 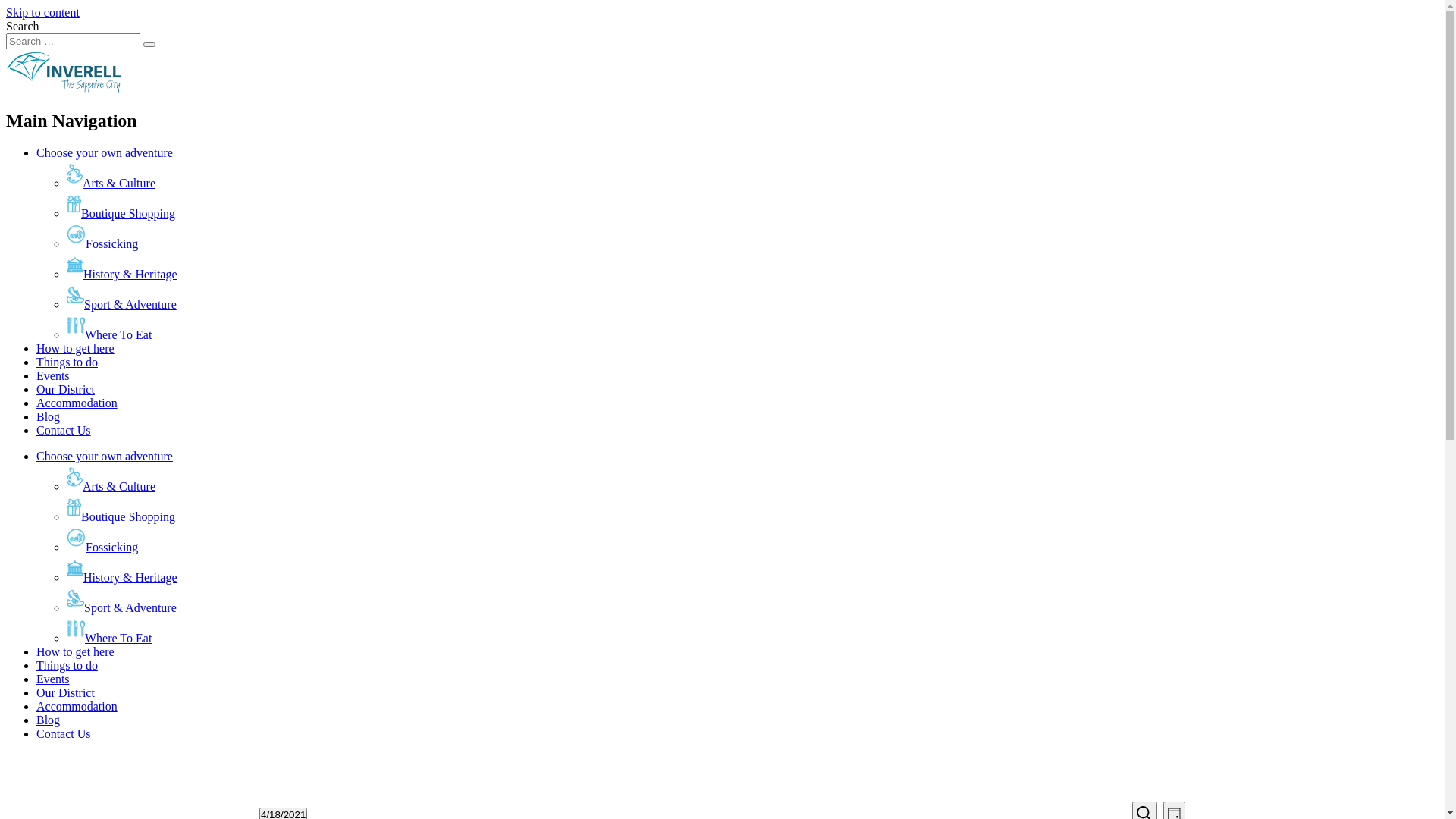 What do you see at coordinates (121, 304) in the screenshot?
I see `'Sport & Adventure'` at bounding box center [121, 304].